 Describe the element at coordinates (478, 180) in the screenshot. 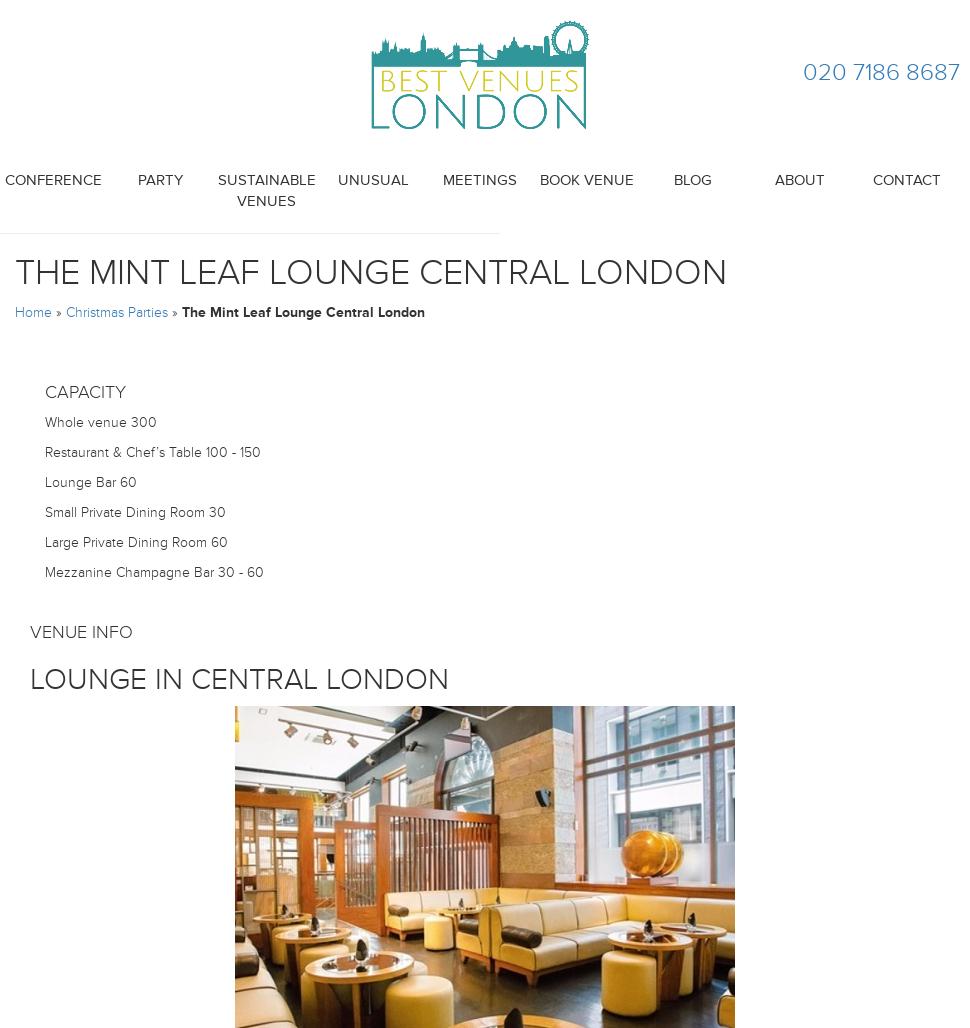

I see `'Meetings'` at that location.